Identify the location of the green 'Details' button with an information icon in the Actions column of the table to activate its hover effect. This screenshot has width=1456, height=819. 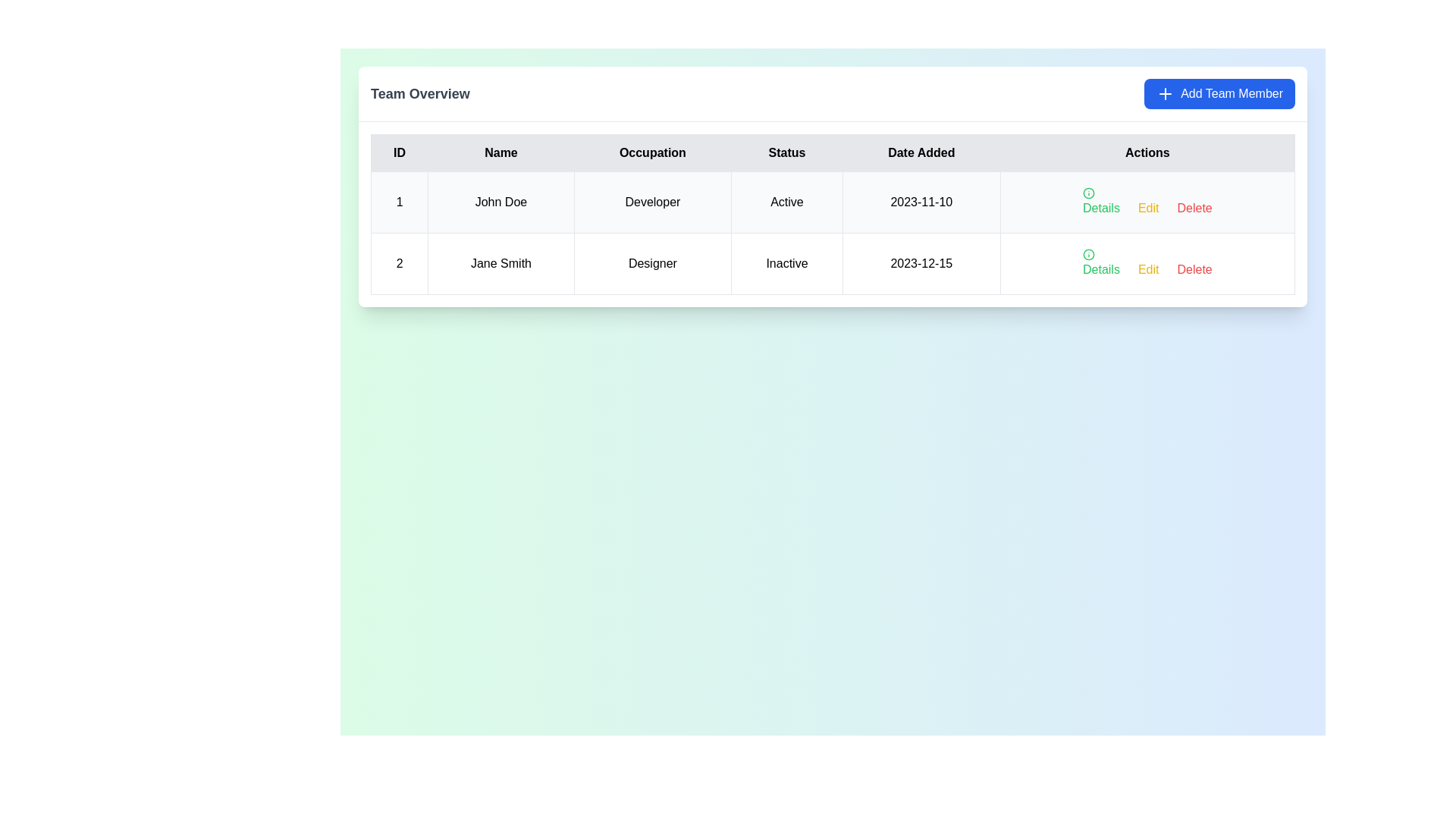
(1101, 201).